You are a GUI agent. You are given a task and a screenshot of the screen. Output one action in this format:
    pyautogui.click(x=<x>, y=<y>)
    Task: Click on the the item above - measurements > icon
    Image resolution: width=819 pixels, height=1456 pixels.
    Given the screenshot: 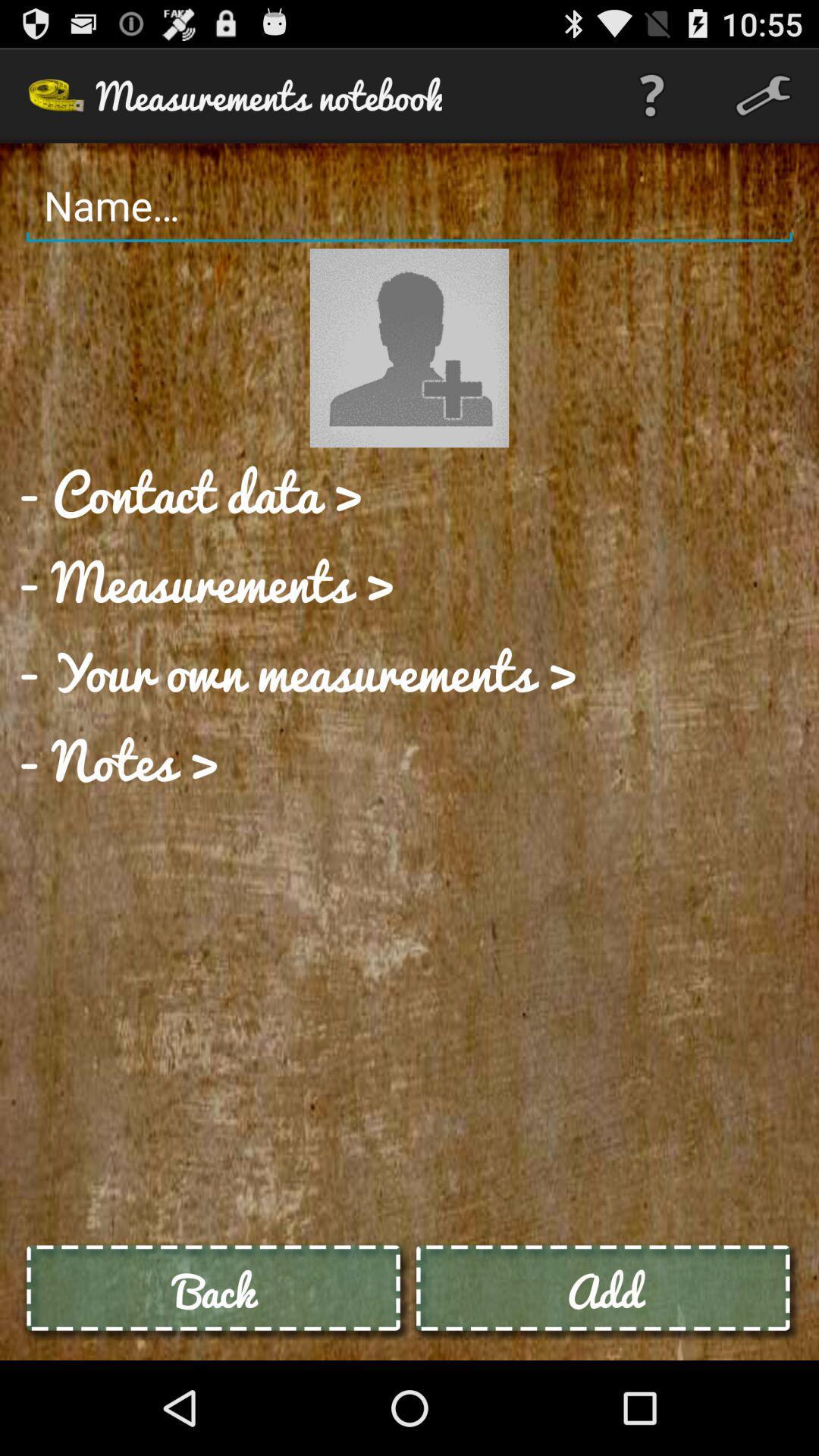 What is the action you would take?
    pyautogui.click(x=190, y=492)
    